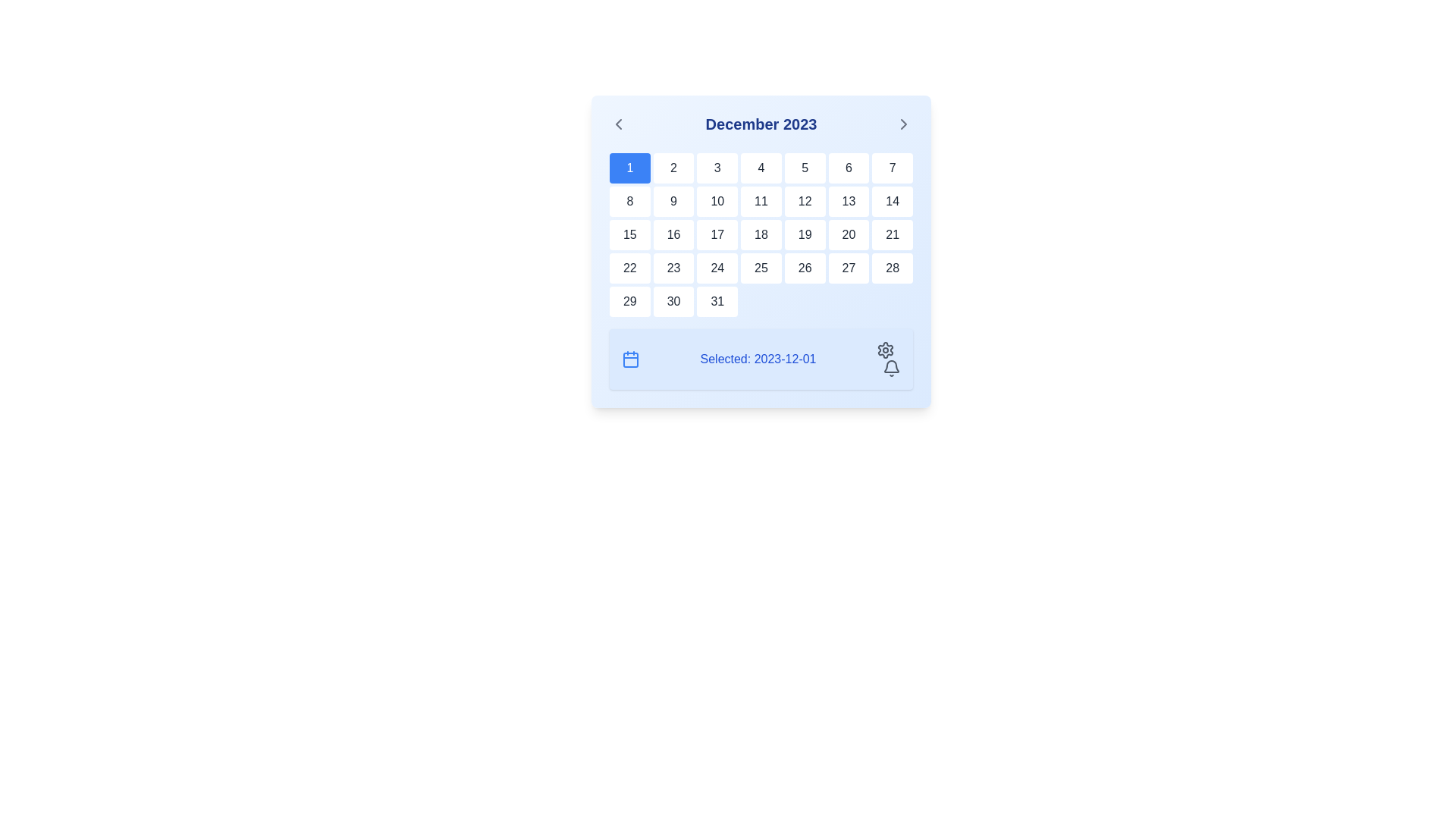  I want to click on the date selection button for the 31st in the calendar interface, located in the bottom-right corner of the grid, so click(717, 301).